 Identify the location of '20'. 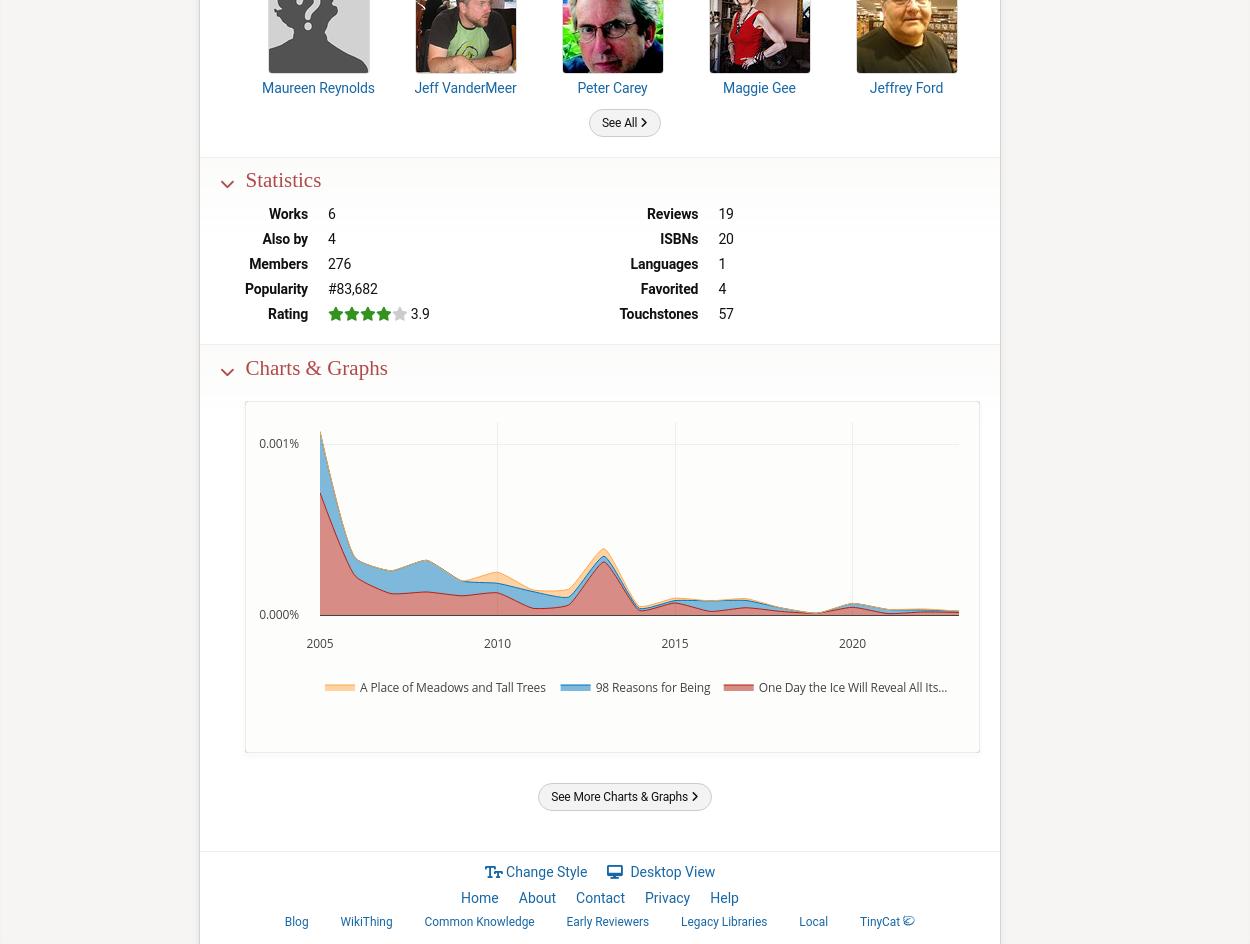
(724, 239).